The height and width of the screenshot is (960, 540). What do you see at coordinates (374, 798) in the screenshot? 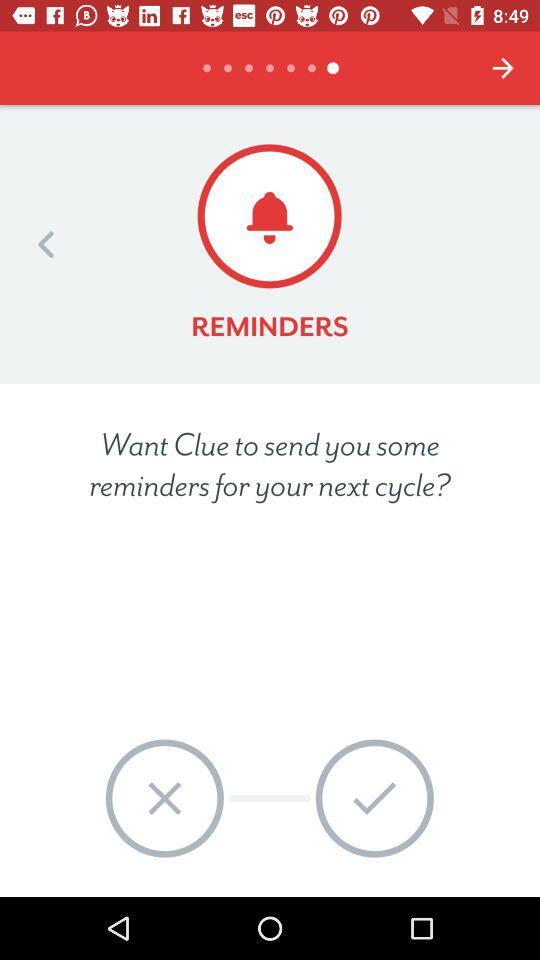
I see `the ok item` at bounding box center [374, 798].